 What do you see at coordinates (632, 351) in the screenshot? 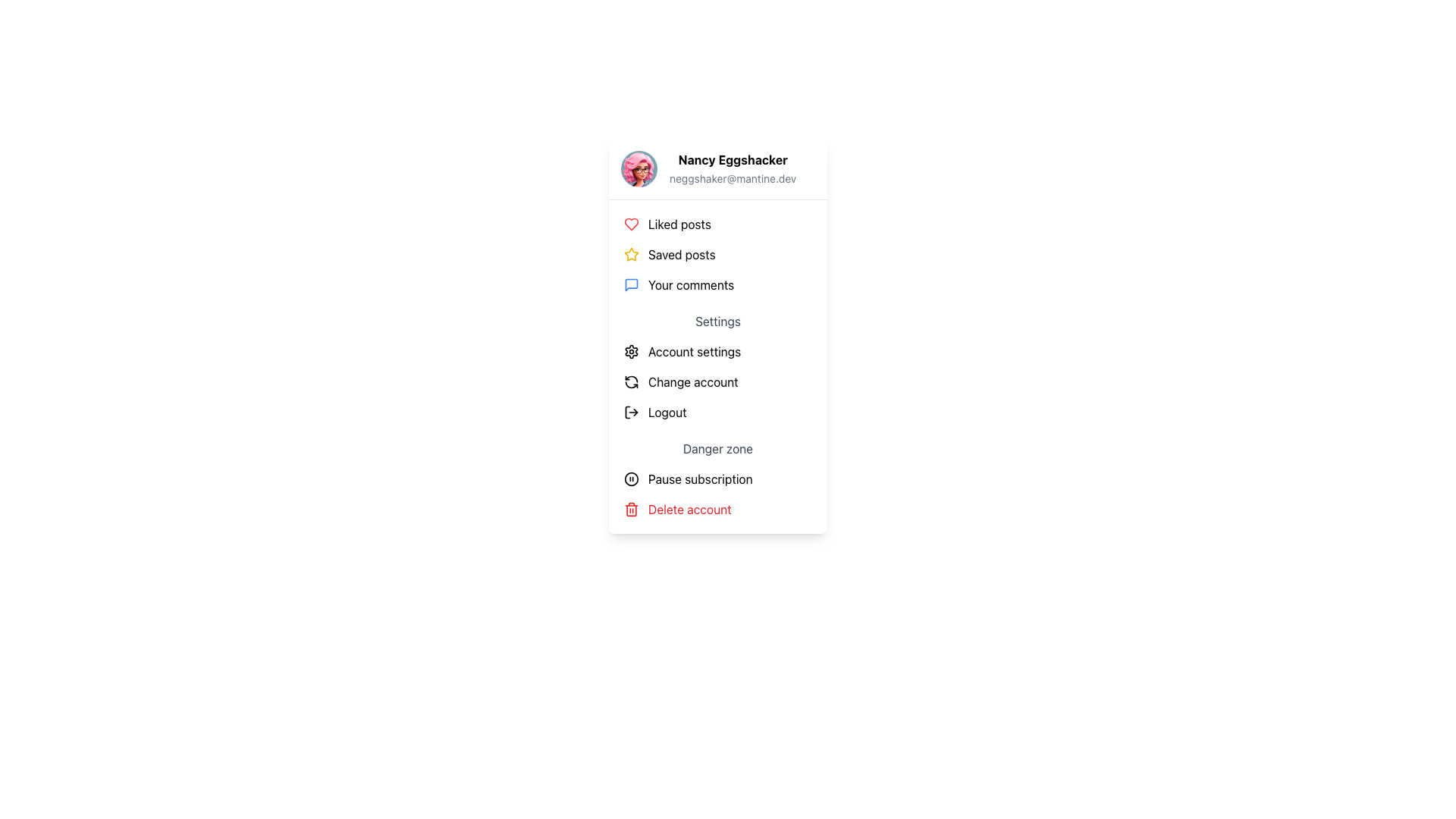
I see `the settings icon located to the far left of the 'Account settings' row in the menu list` at bounding box center [632, 351].